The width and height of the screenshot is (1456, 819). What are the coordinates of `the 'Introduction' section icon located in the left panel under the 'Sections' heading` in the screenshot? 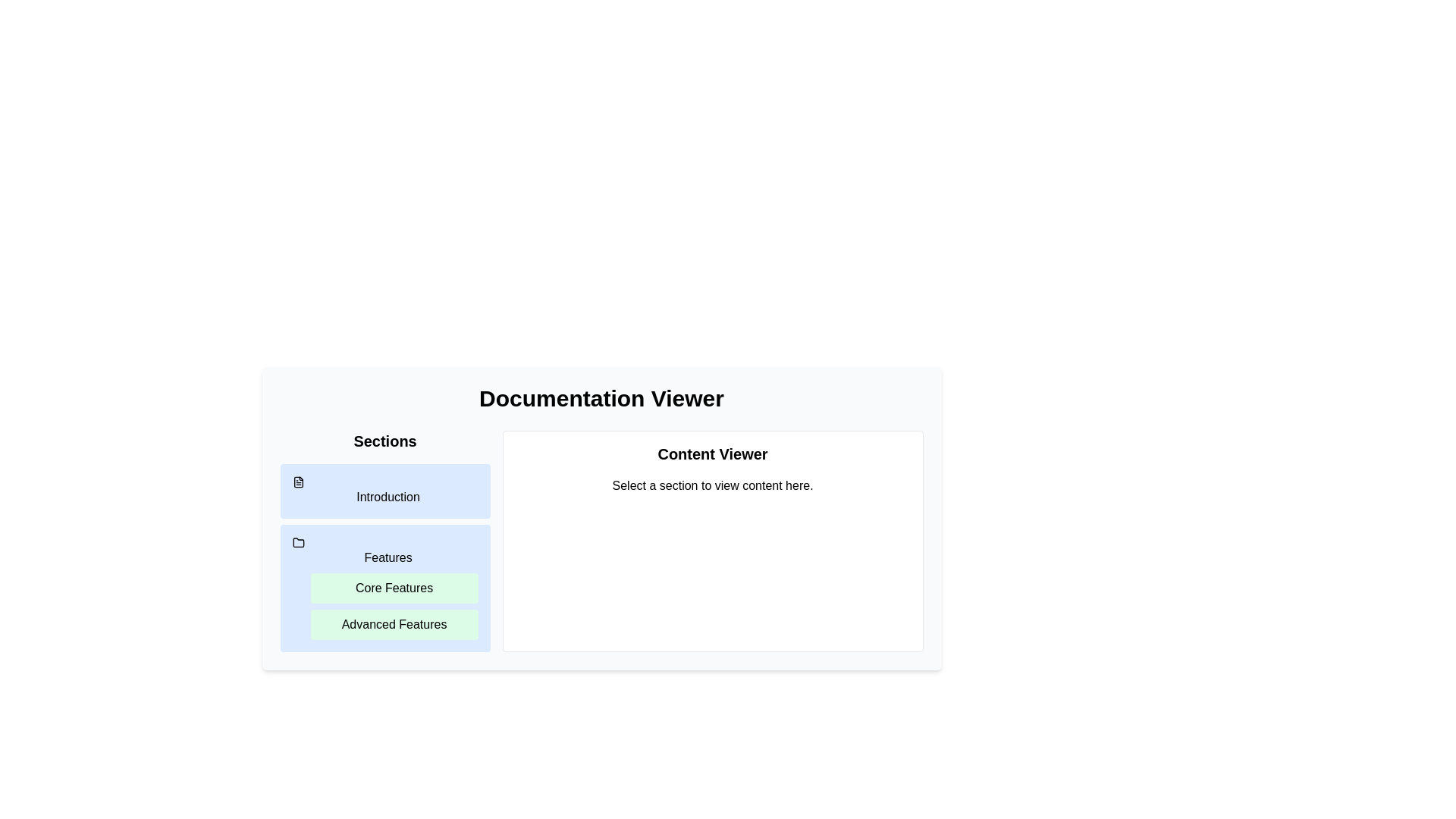 It's located at (298, 482).